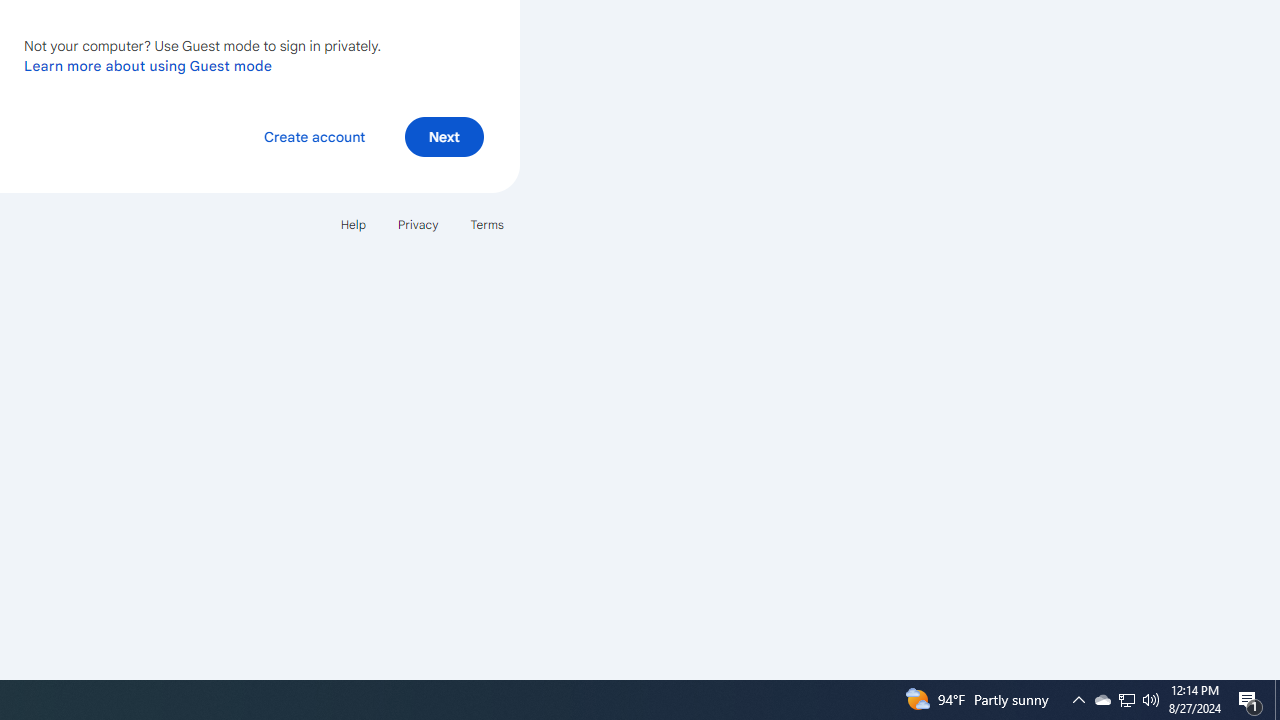  What do you see at coordinates (313, 135) in the screenshot?
I see `'Create account'` at bounding box center [313, 135].